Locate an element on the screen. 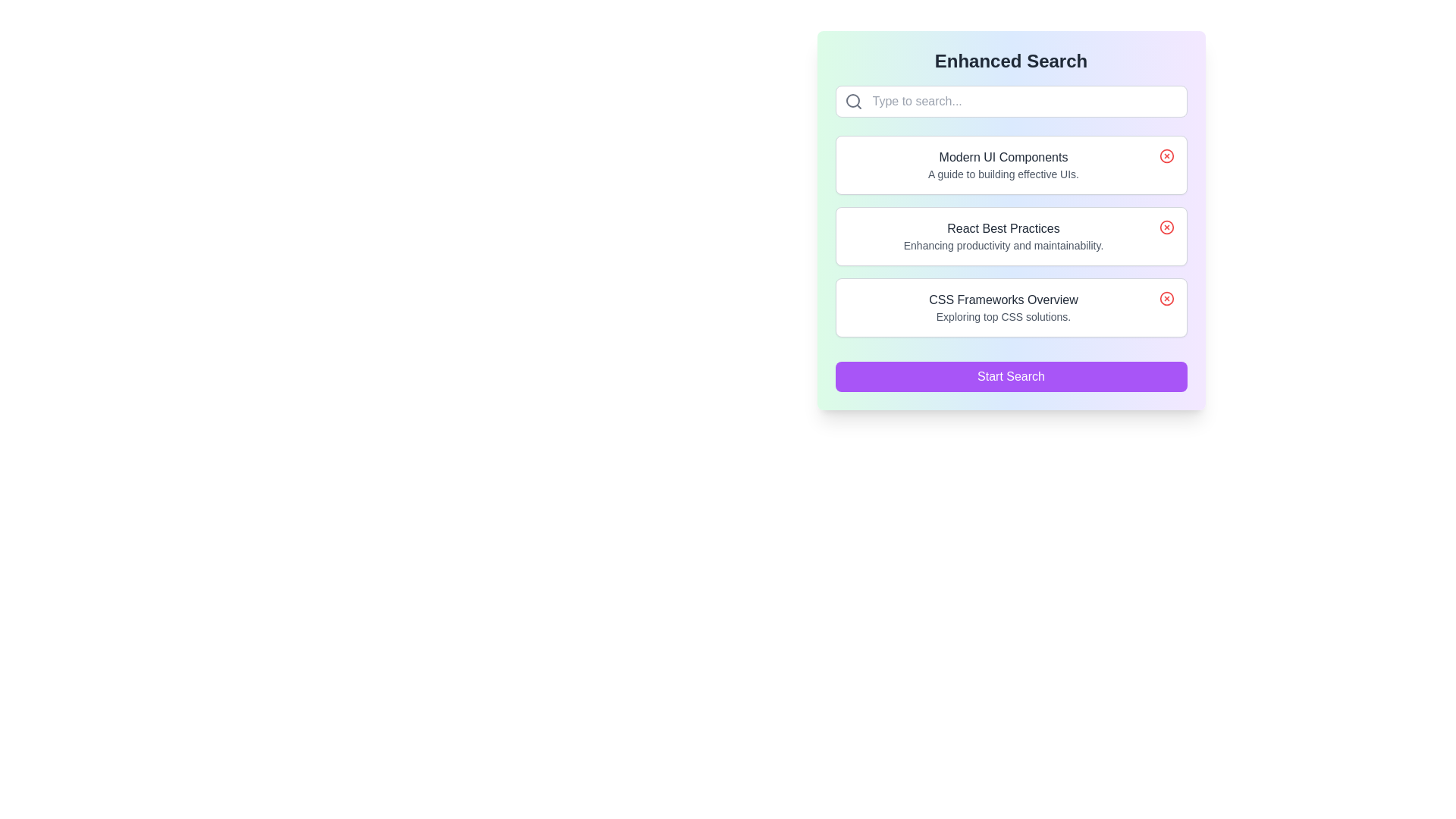  the search button located at the bottom of the vertically stacked group of items, directly below the 'CSS Frameworks Overview' section, to initiate the search operation is located at coordinates (1011, 376).